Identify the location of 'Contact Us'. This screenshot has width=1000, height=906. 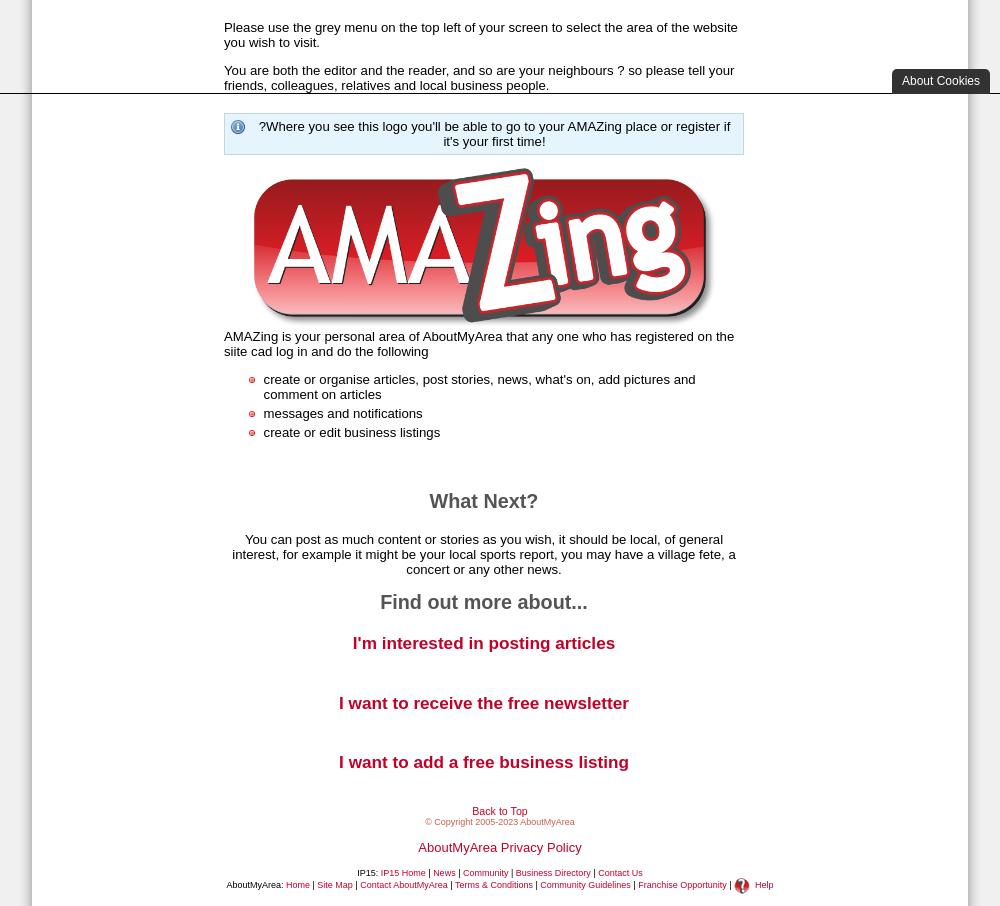
(619, 872).